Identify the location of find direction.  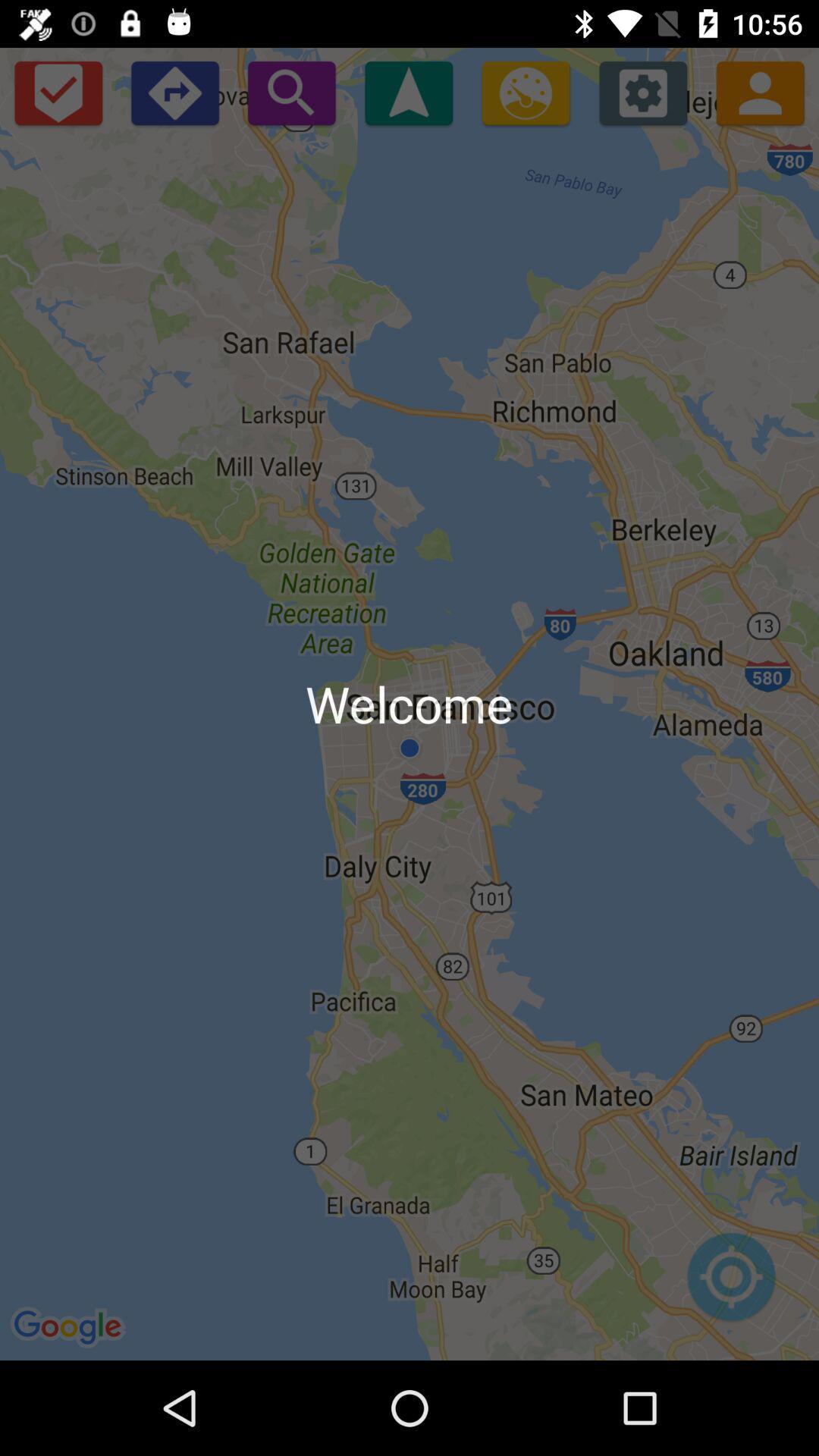
(408, 92).